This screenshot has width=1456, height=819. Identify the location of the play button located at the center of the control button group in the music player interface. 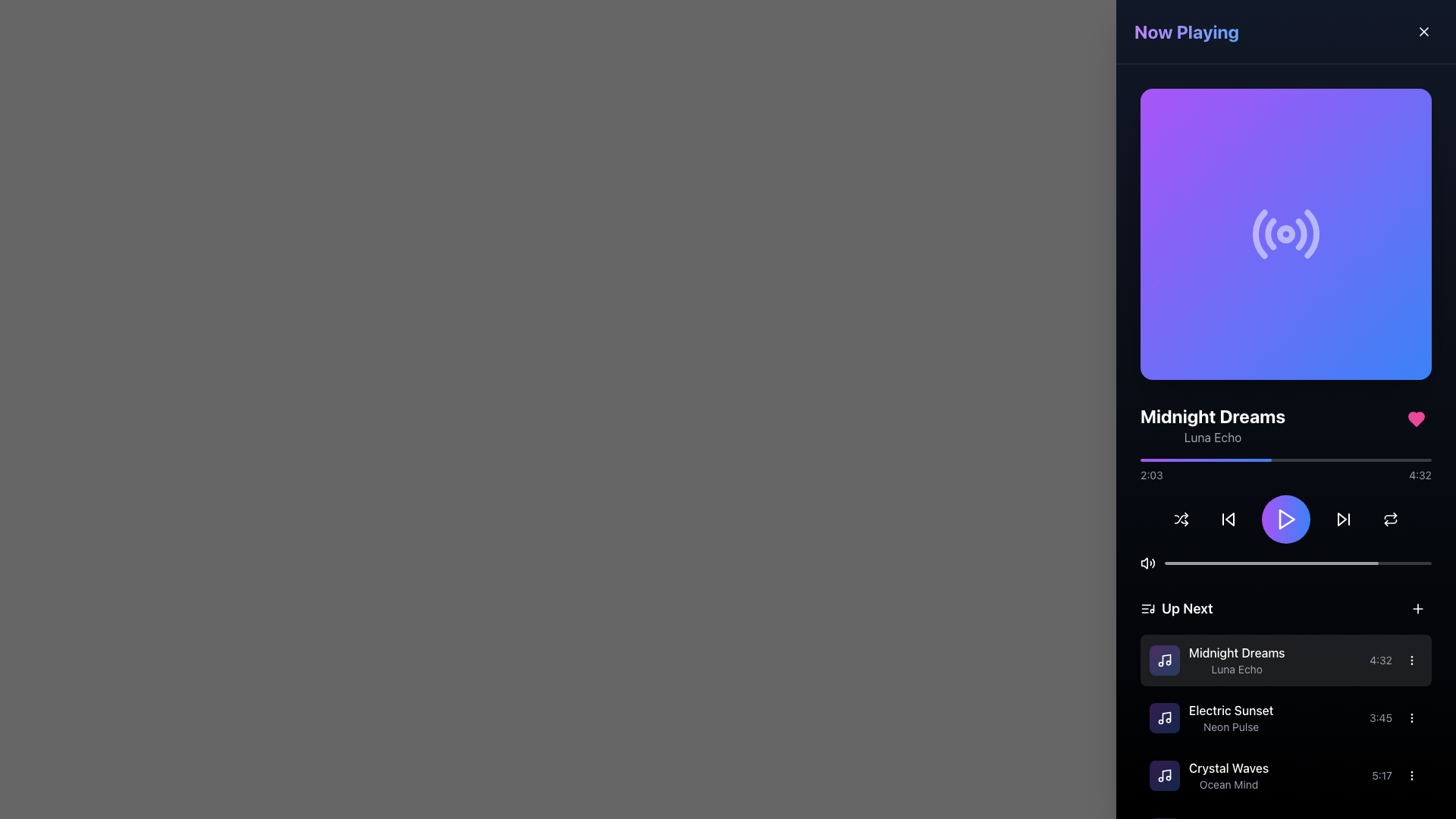
(1285, 519).